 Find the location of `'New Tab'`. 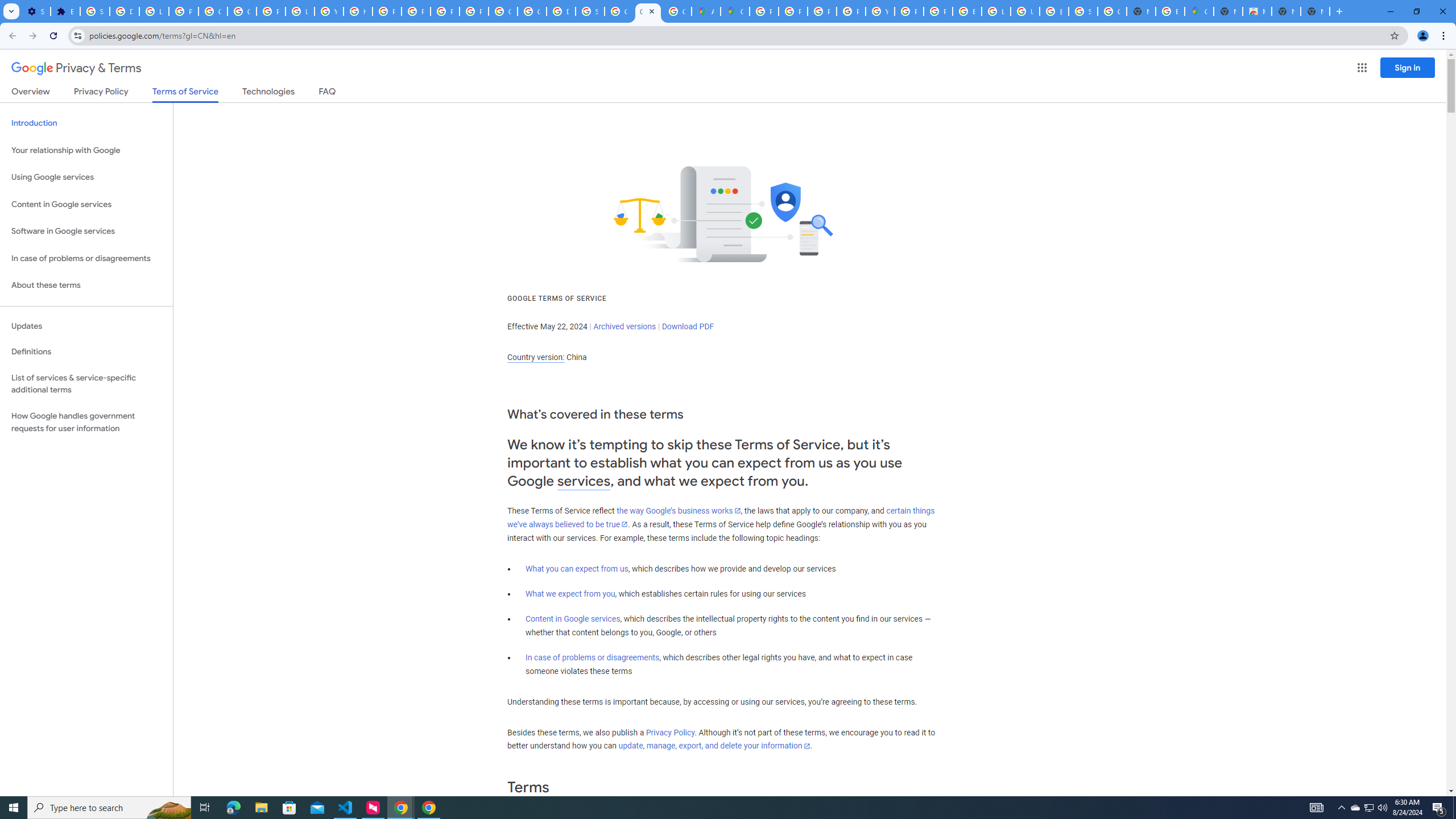

'New Tab' is located at coordinates (1314, 11).